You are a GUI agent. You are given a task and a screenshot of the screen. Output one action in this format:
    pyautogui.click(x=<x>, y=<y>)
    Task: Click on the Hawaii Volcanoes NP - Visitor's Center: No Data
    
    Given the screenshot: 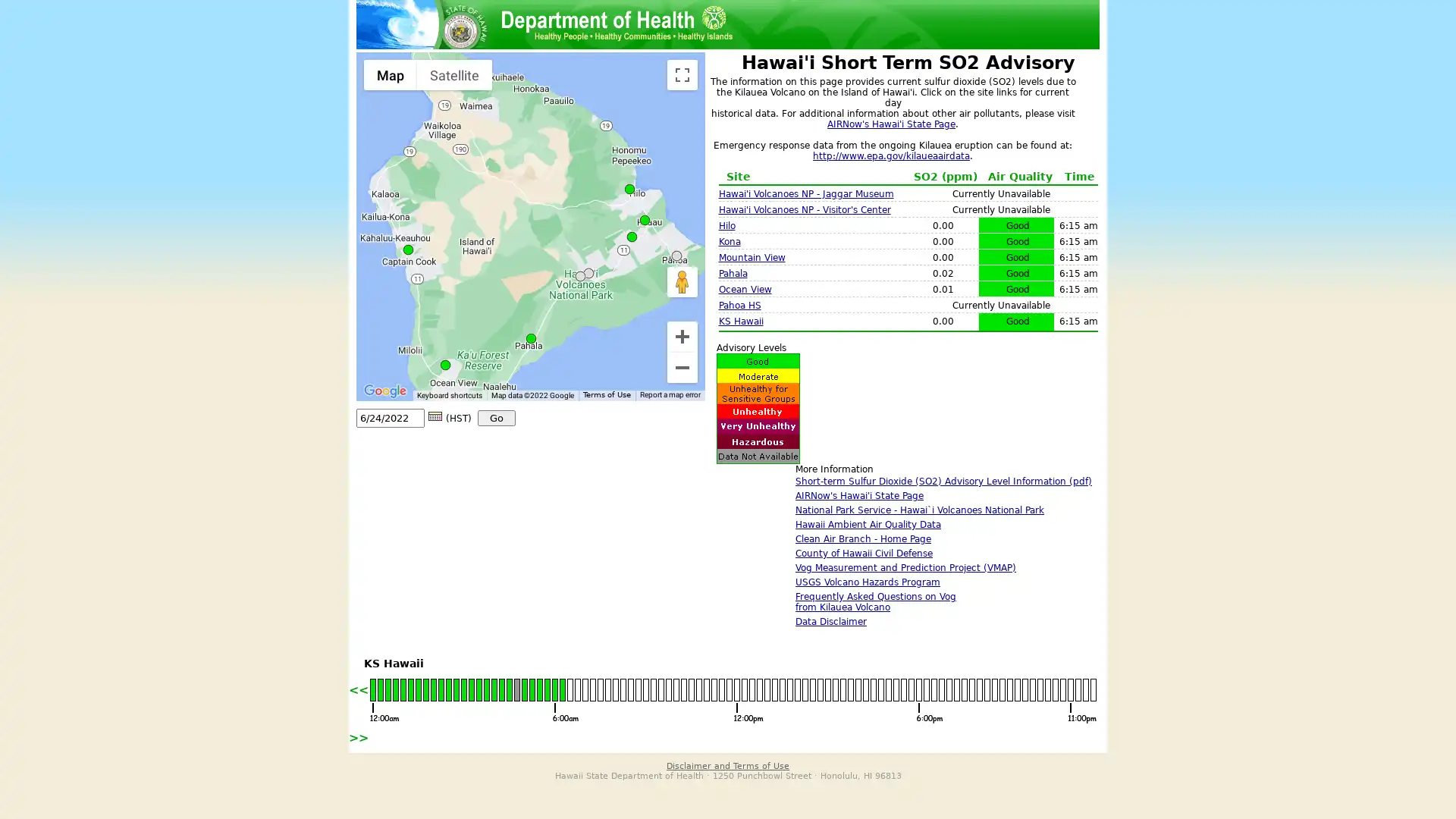 What is the action you would take?
    pyautogui.click(x=588, y=273)
    